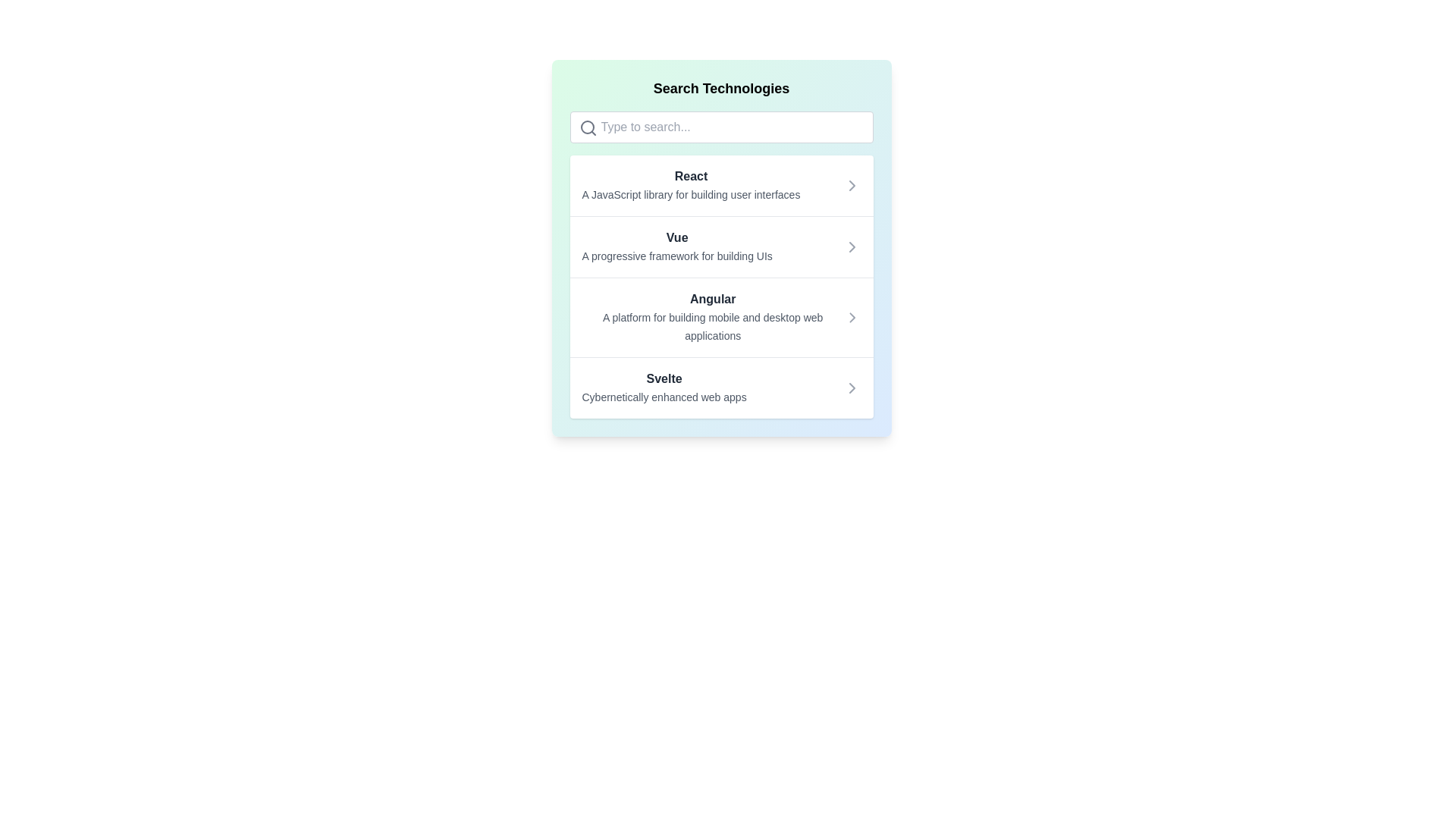  What do you see at coordinates (664, 397) in the screenshot?
I see `the static text element that provides additional context for the item labeled 'Svelte', located directly below the title 'Svelte' in a light-colored rectangular interface` at bounding box center [664, 397].